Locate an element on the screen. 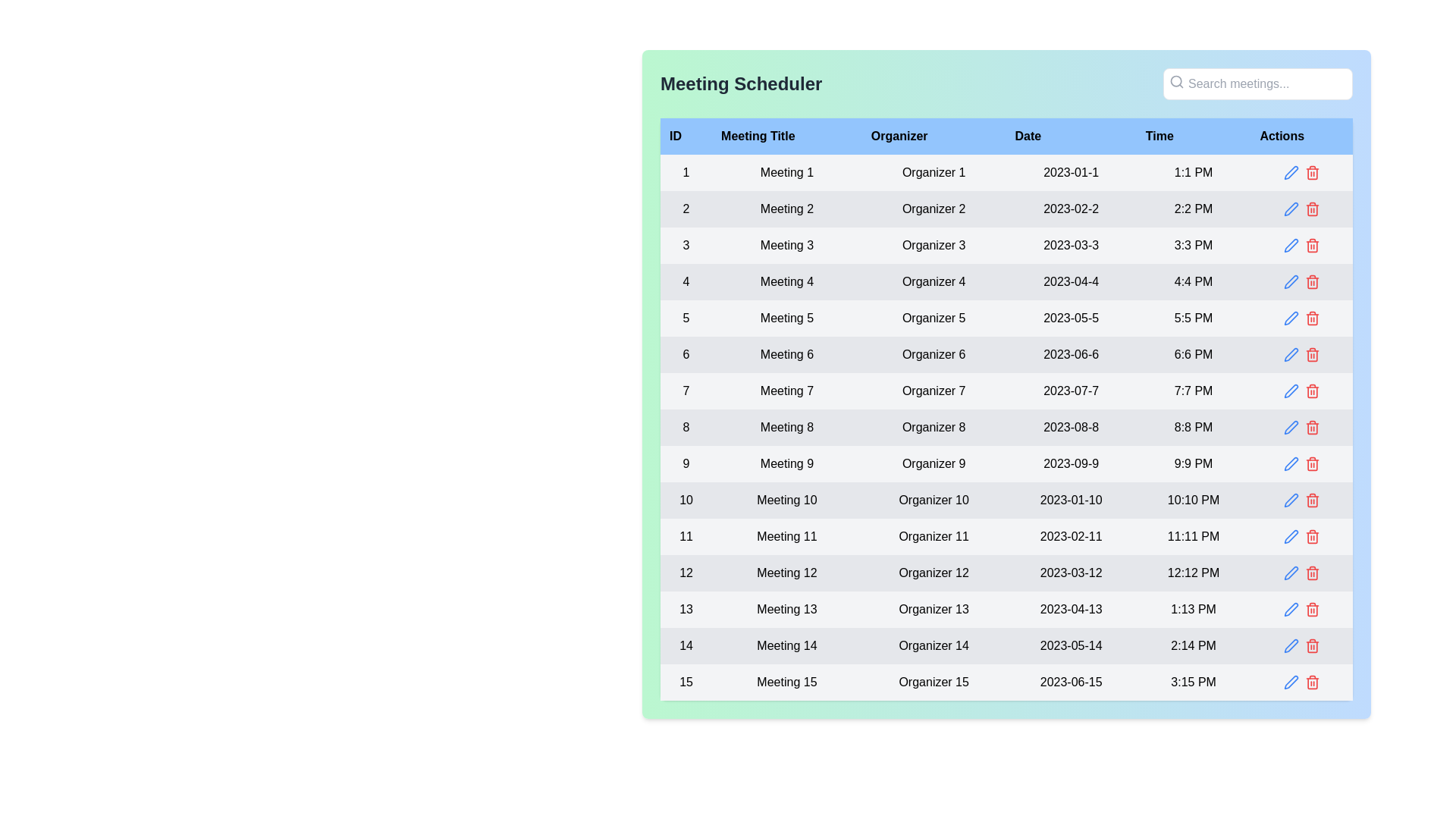 This screenshot has width=1456, height=819. the delete button with a trash bin icon located in the 'Actions' column of the 8th row to possibly show additional information or confirmation prompt is located at coordinates (1311, 427).